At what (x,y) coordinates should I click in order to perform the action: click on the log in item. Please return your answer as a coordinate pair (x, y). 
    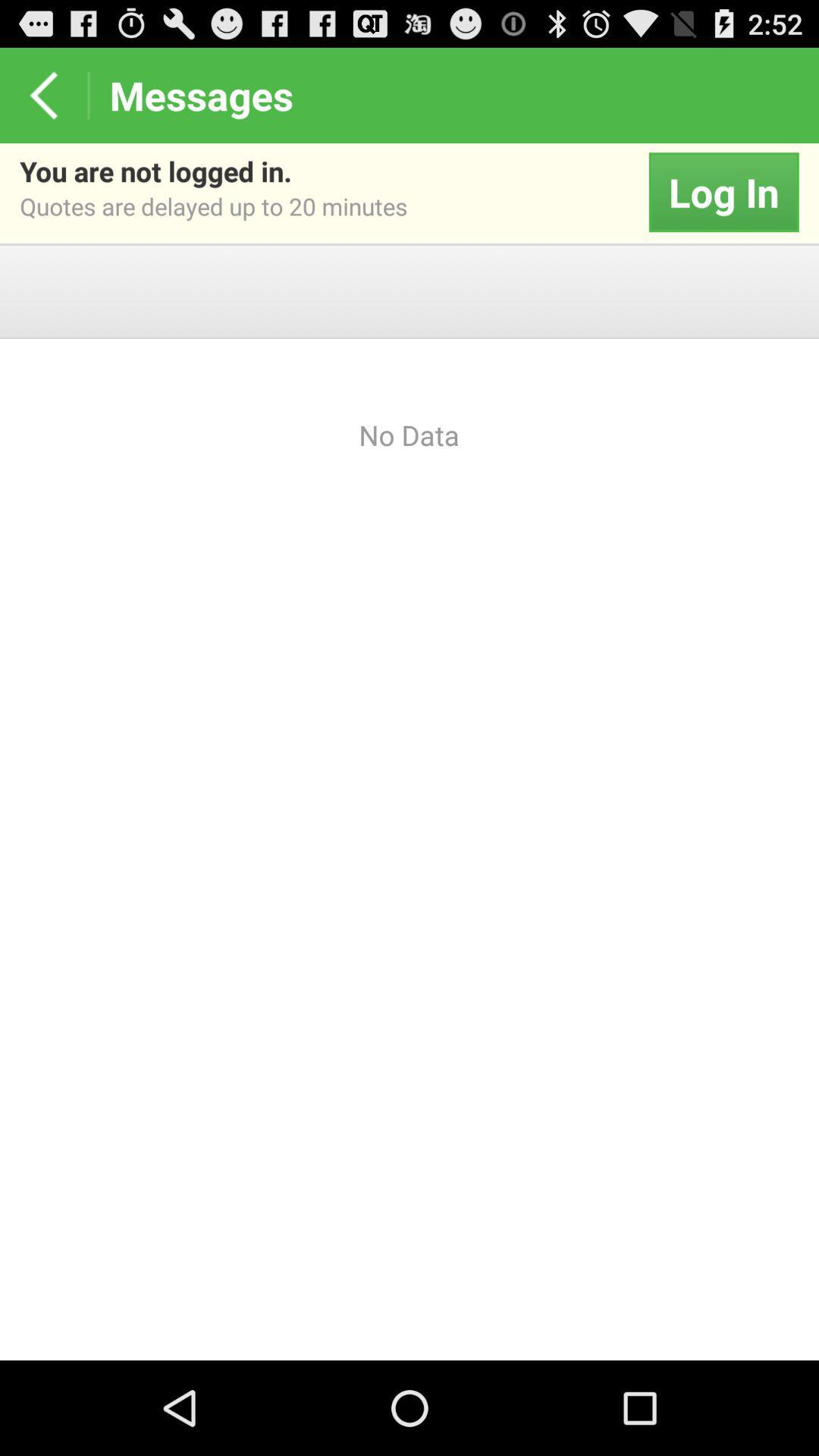
    Looking at the image, I should click on (723, 192).